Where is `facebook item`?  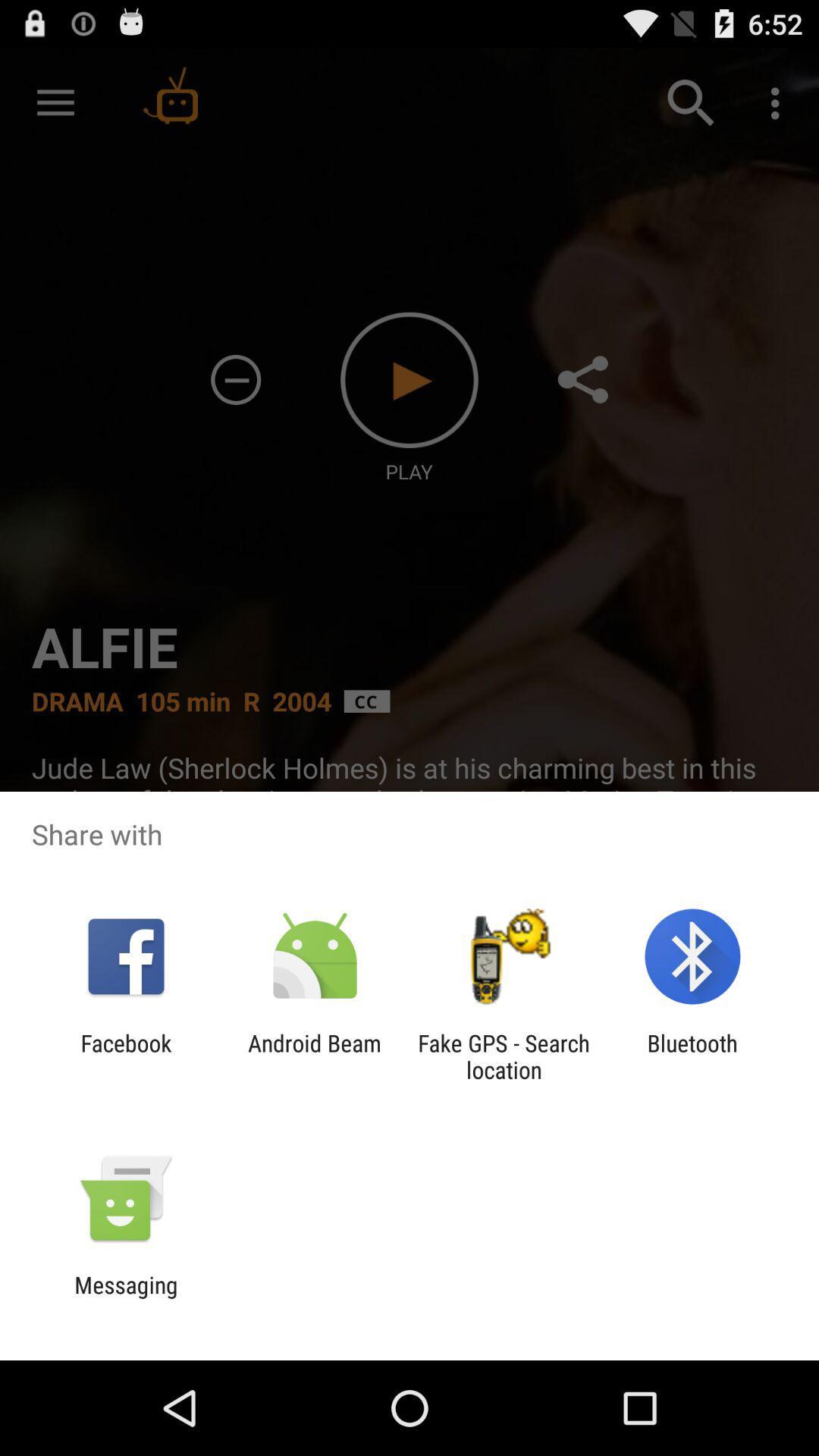 facebook item is located at coordinates (125, 1056).